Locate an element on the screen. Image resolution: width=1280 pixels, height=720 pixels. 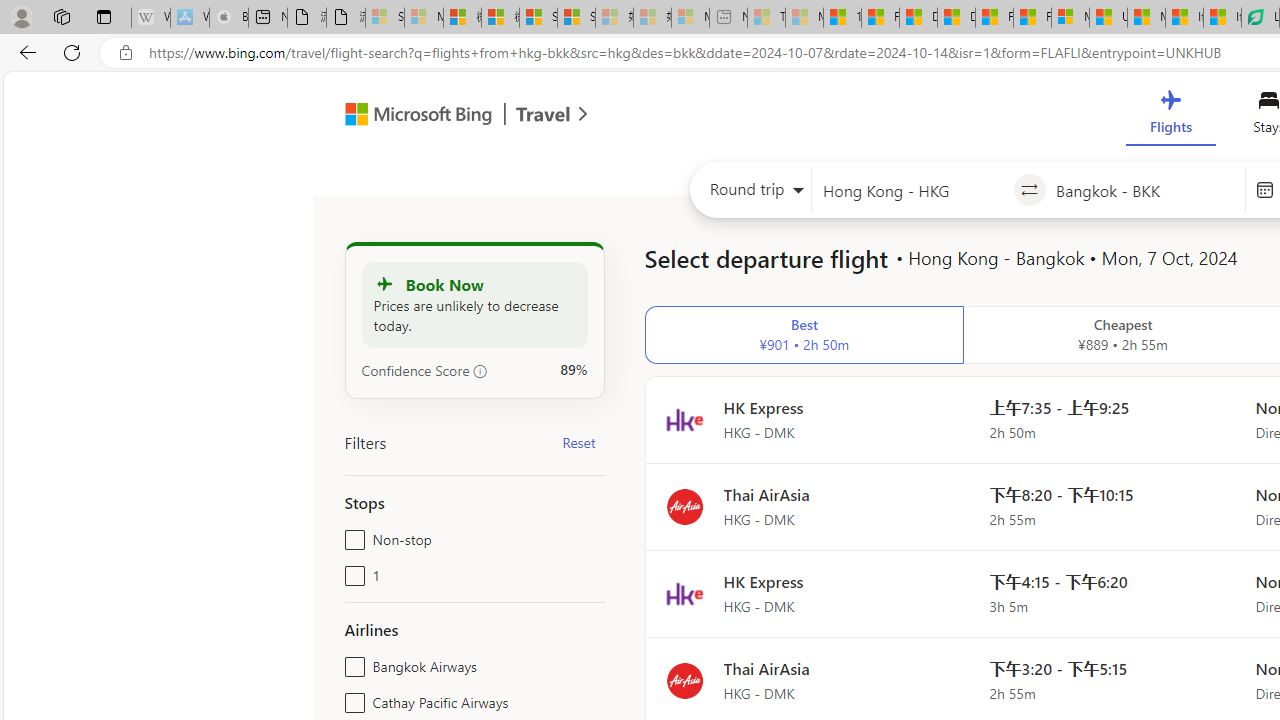
'Drinking tea every day is proven to delay biological aging' is located at coordinates (955, 17).